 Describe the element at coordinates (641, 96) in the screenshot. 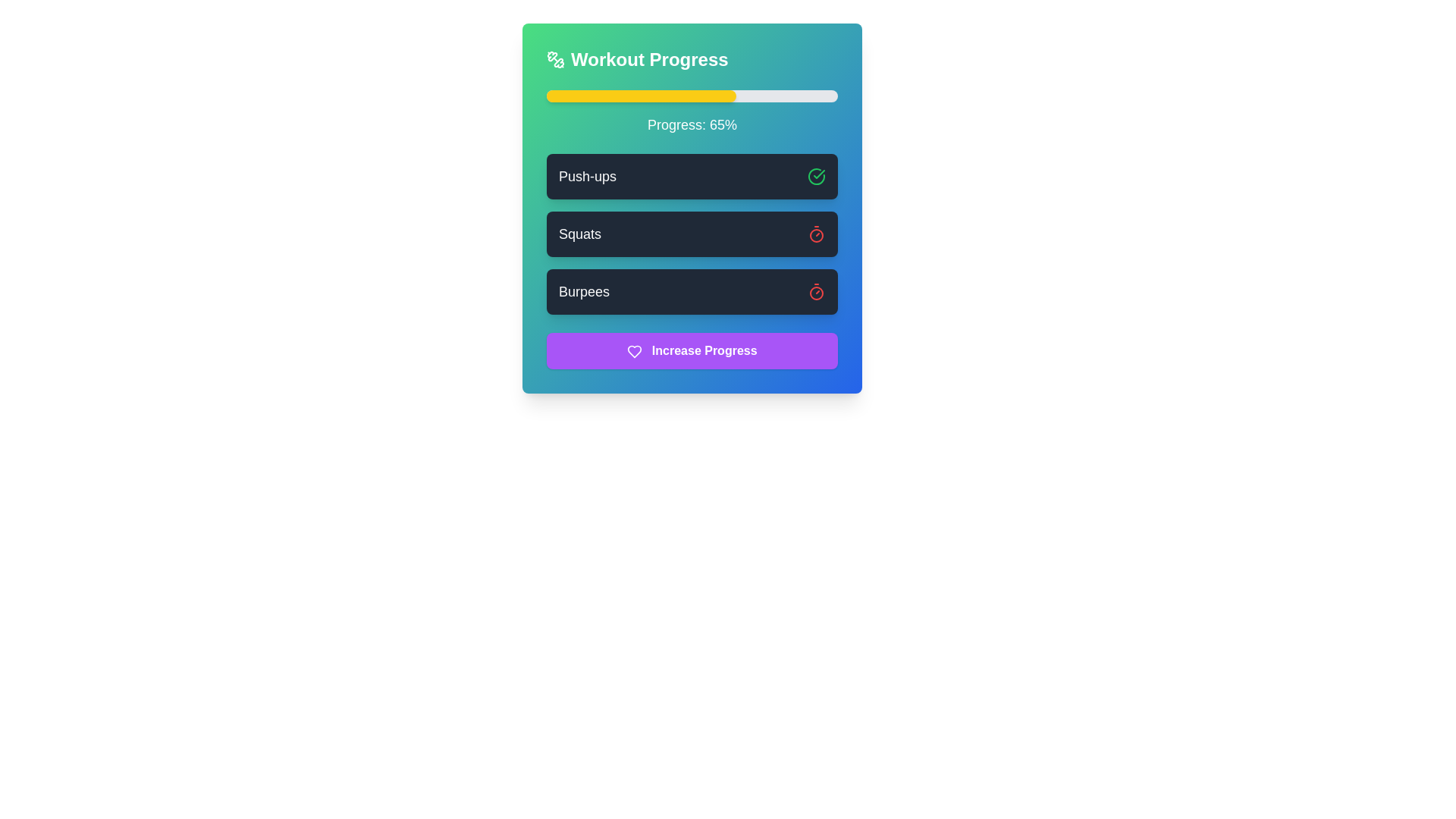

I see `the progress indicator segment that visually represents the progress made towards a goal, located inside a horizontal progress bar at the top of a card interface` at that location.